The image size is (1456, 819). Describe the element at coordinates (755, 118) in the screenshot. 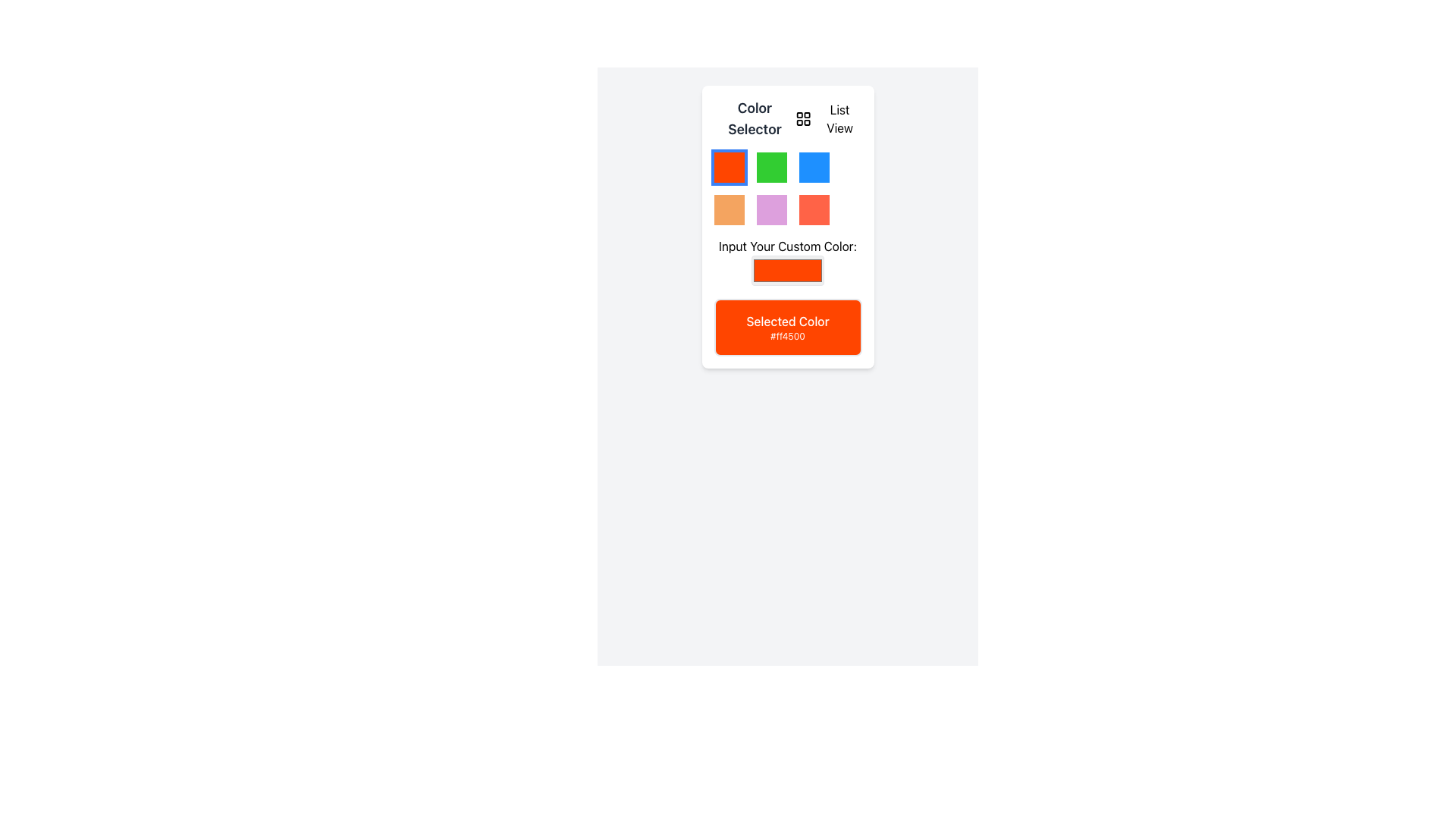

I see `the 'Color Selector' text label, which is styled in bold dark gray and positioned at the top-left corner of its card-like layout` at that location.